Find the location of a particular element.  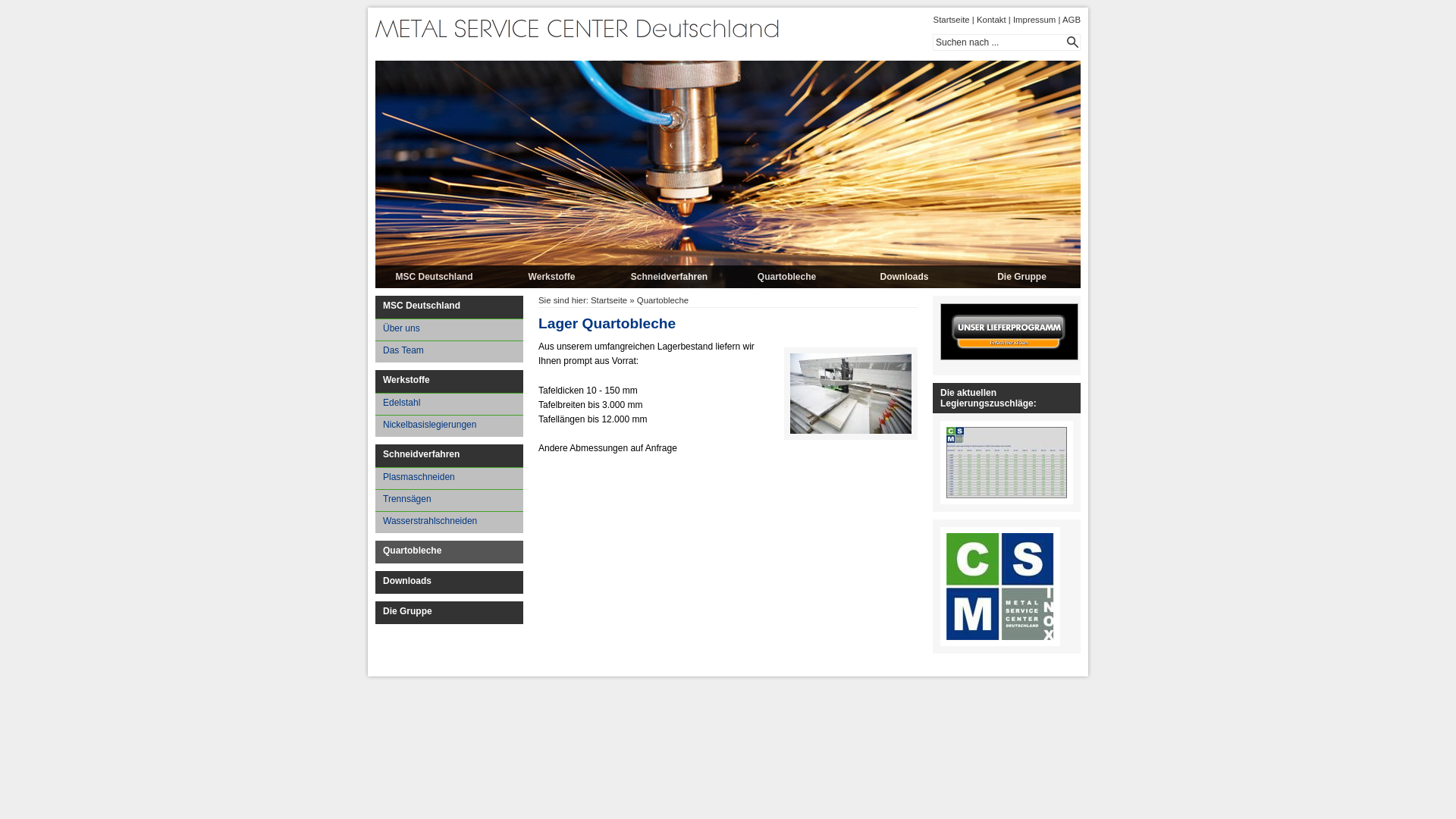

'Wasserstrahlschneiden' is located at coordinates (448, 521).